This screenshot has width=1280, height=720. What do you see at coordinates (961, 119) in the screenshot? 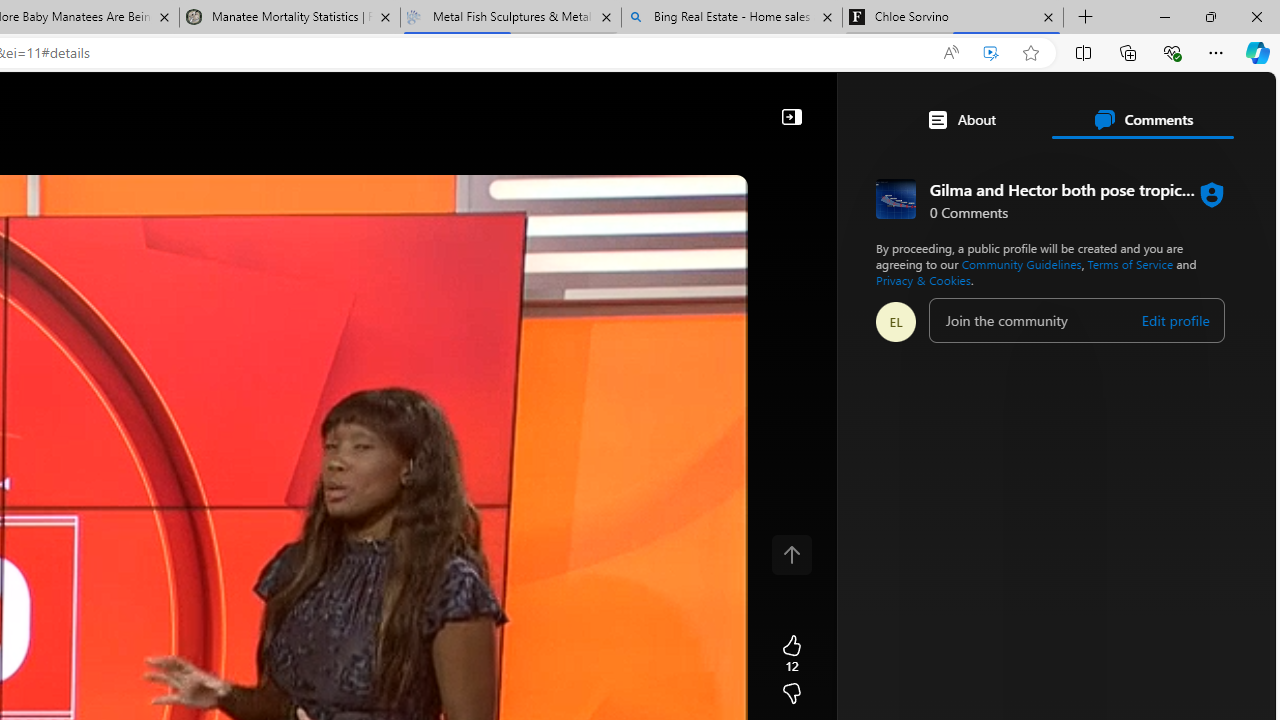
I see `'About'` at bounding box center [961, 119].